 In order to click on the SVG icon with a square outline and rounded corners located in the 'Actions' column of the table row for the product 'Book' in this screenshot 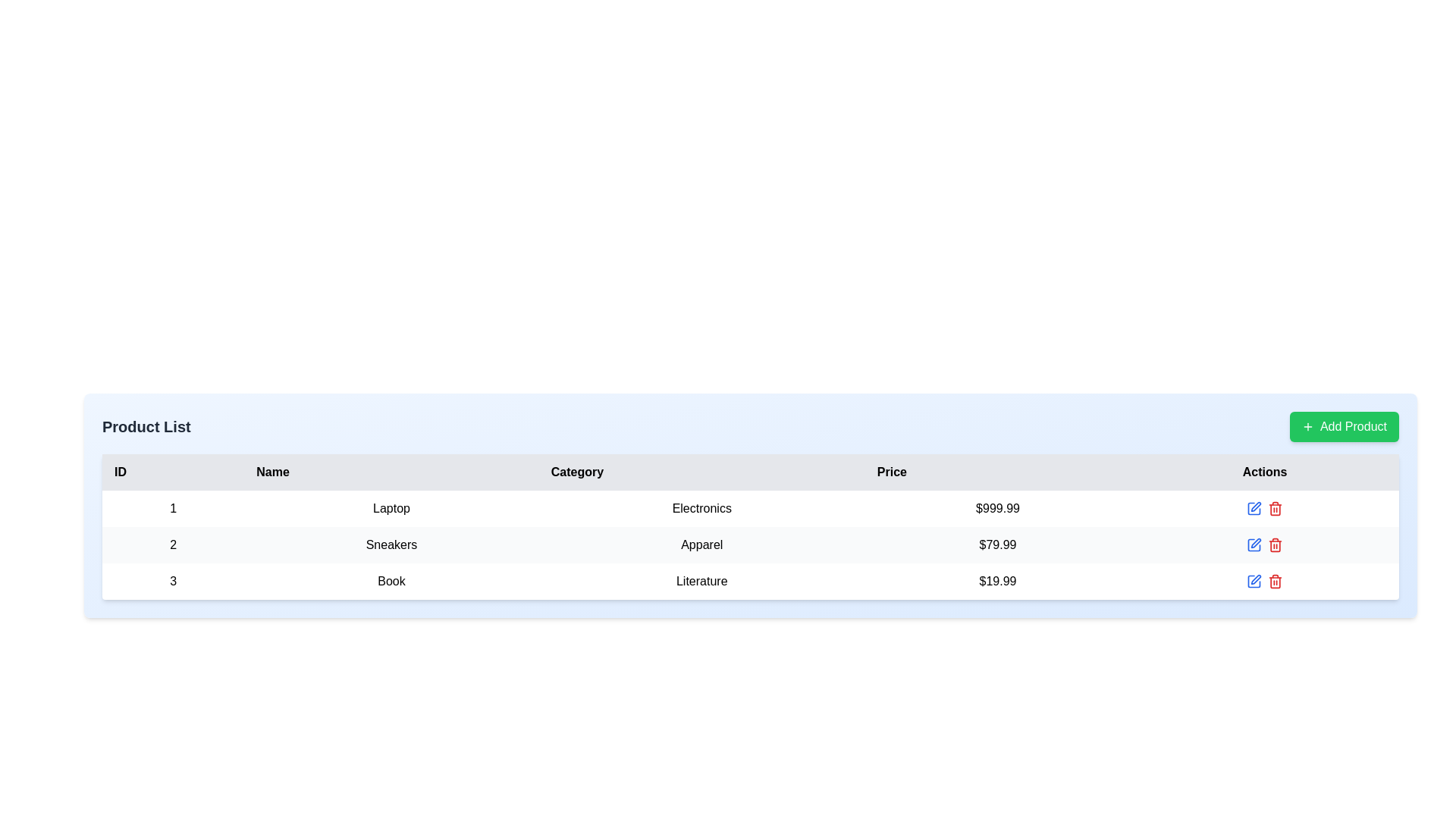, I will do `click(1254, 509)`.